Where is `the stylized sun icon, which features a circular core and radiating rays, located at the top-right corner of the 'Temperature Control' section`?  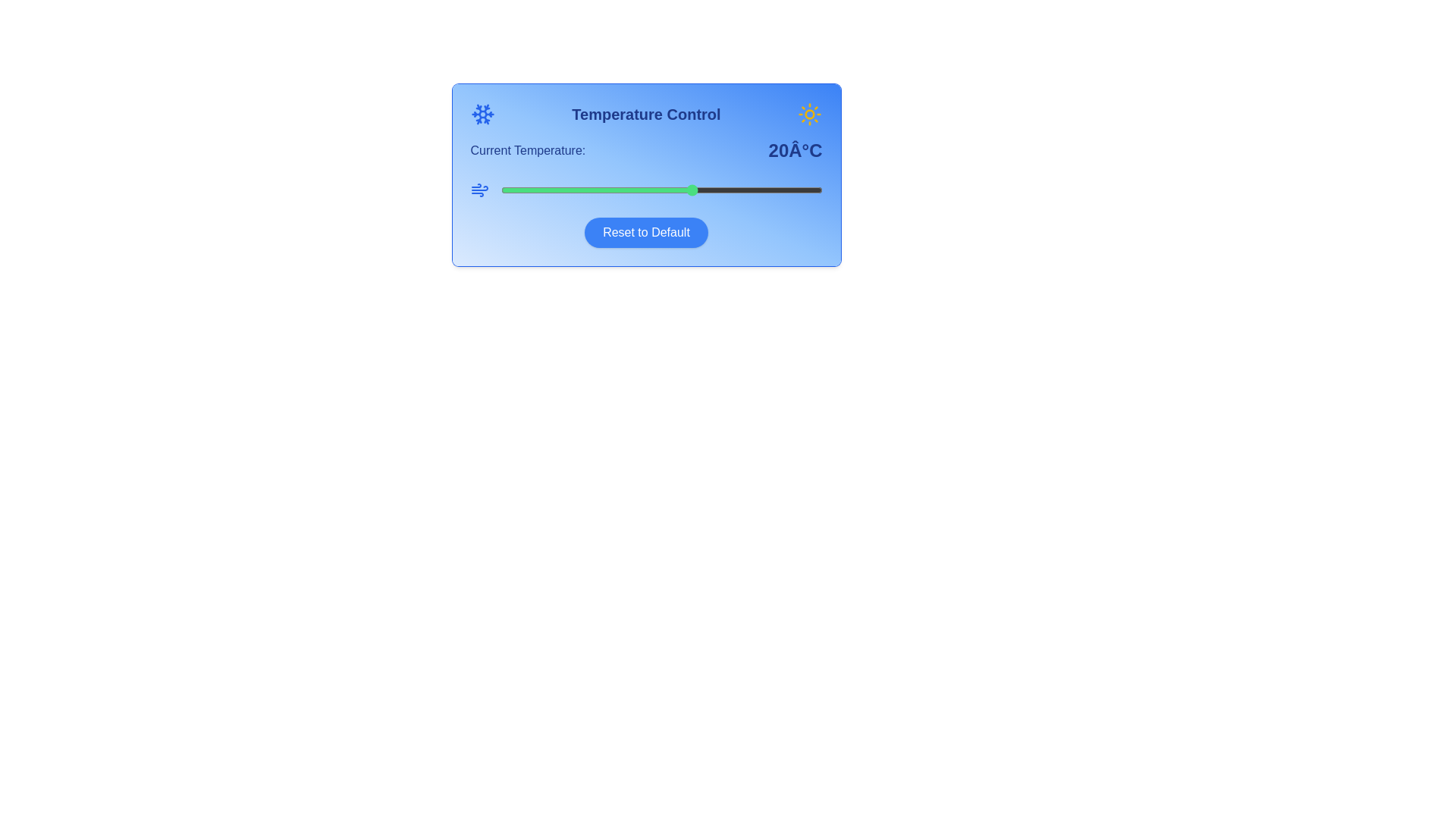
the stylized sun icon, which features a circular core and radiating rays, located at the top-right corner of the 'Temperature Control' section is located at coordinates (809, 113).